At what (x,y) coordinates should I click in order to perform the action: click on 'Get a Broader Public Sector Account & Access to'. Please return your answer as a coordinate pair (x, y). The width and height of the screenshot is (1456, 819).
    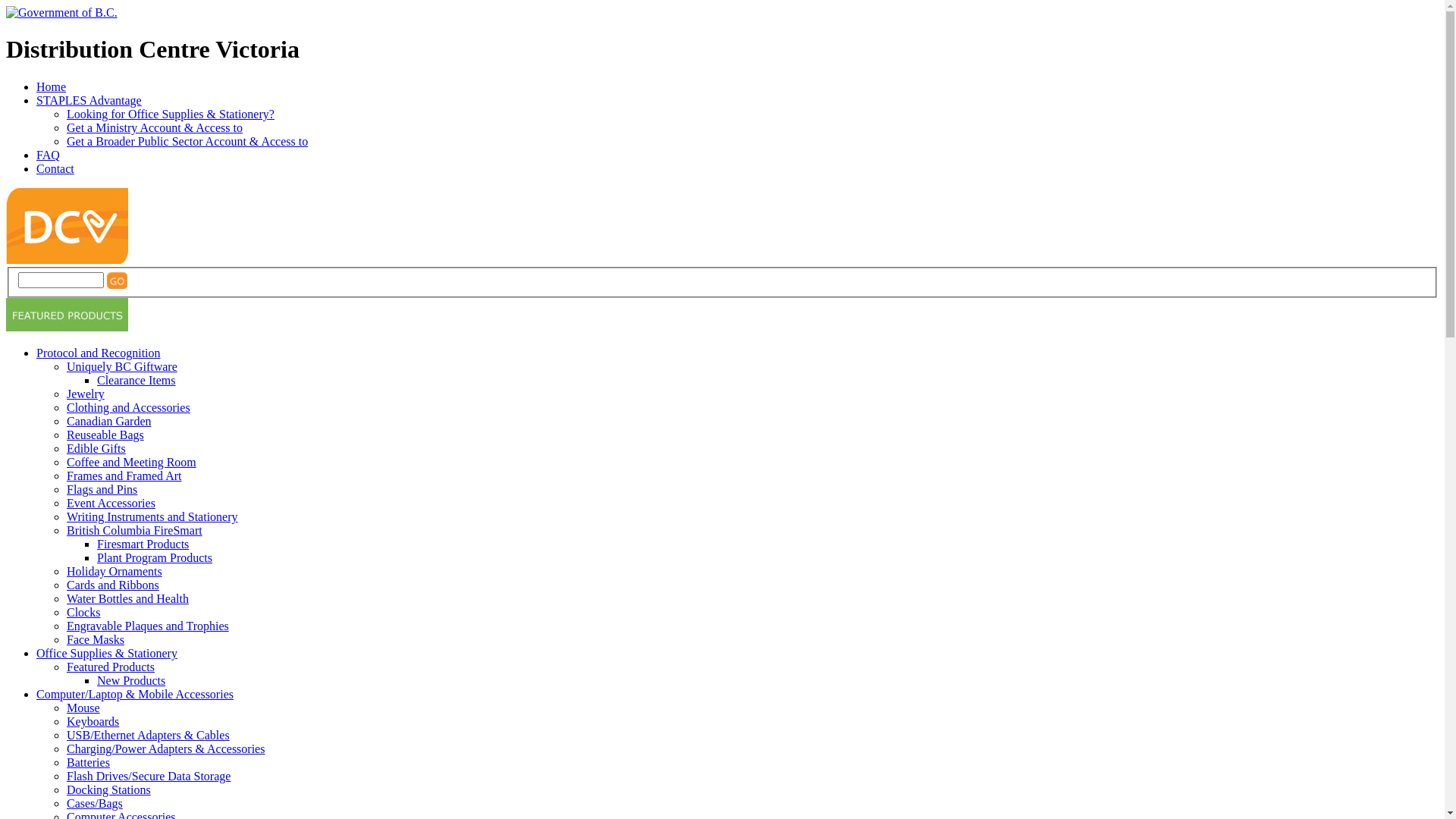
    Looking at the image, I should click on (186, 141).